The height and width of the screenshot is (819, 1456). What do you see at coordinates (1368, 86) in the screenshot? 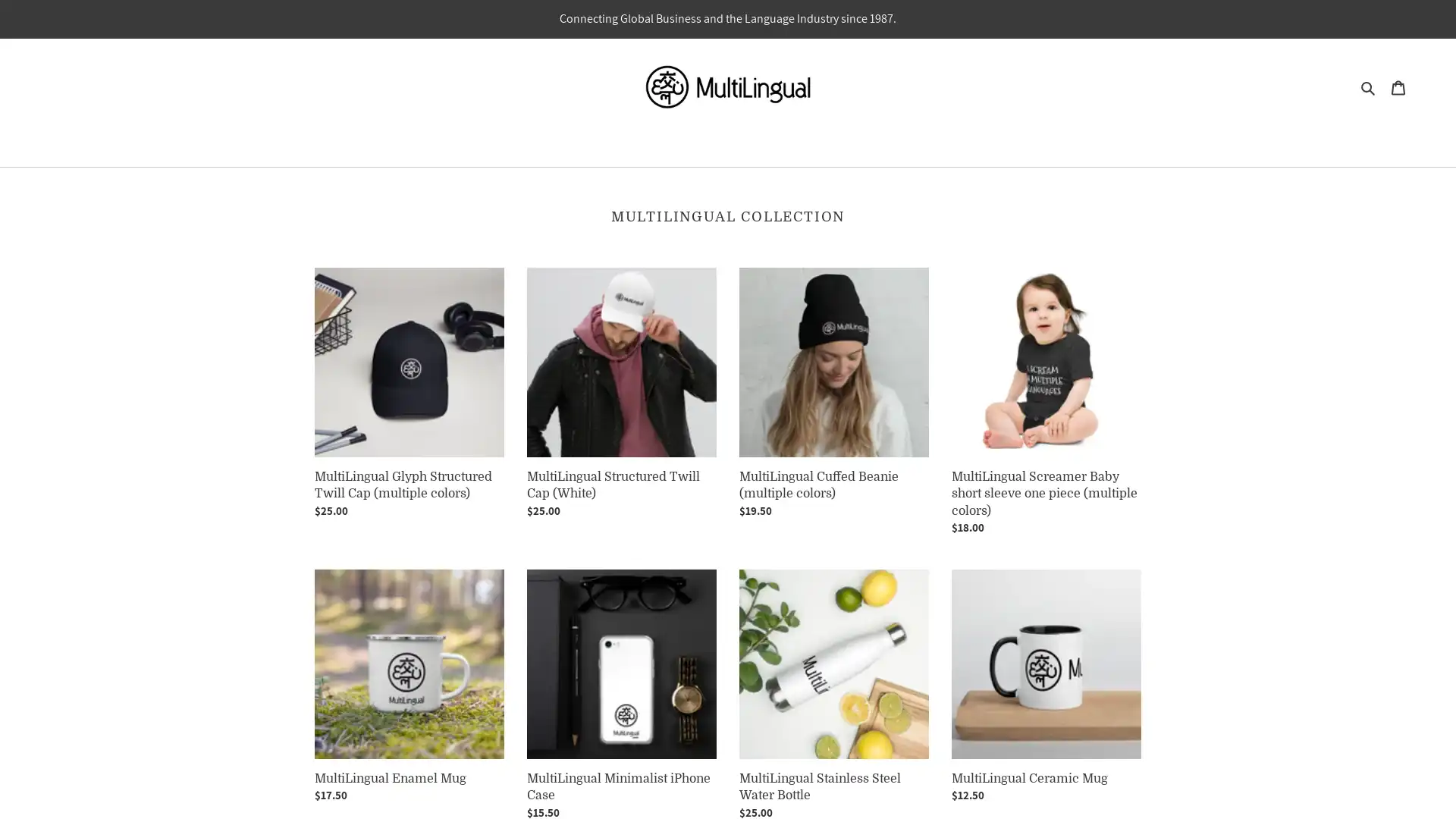
I see `Search` at bounding box center [1368, 86].